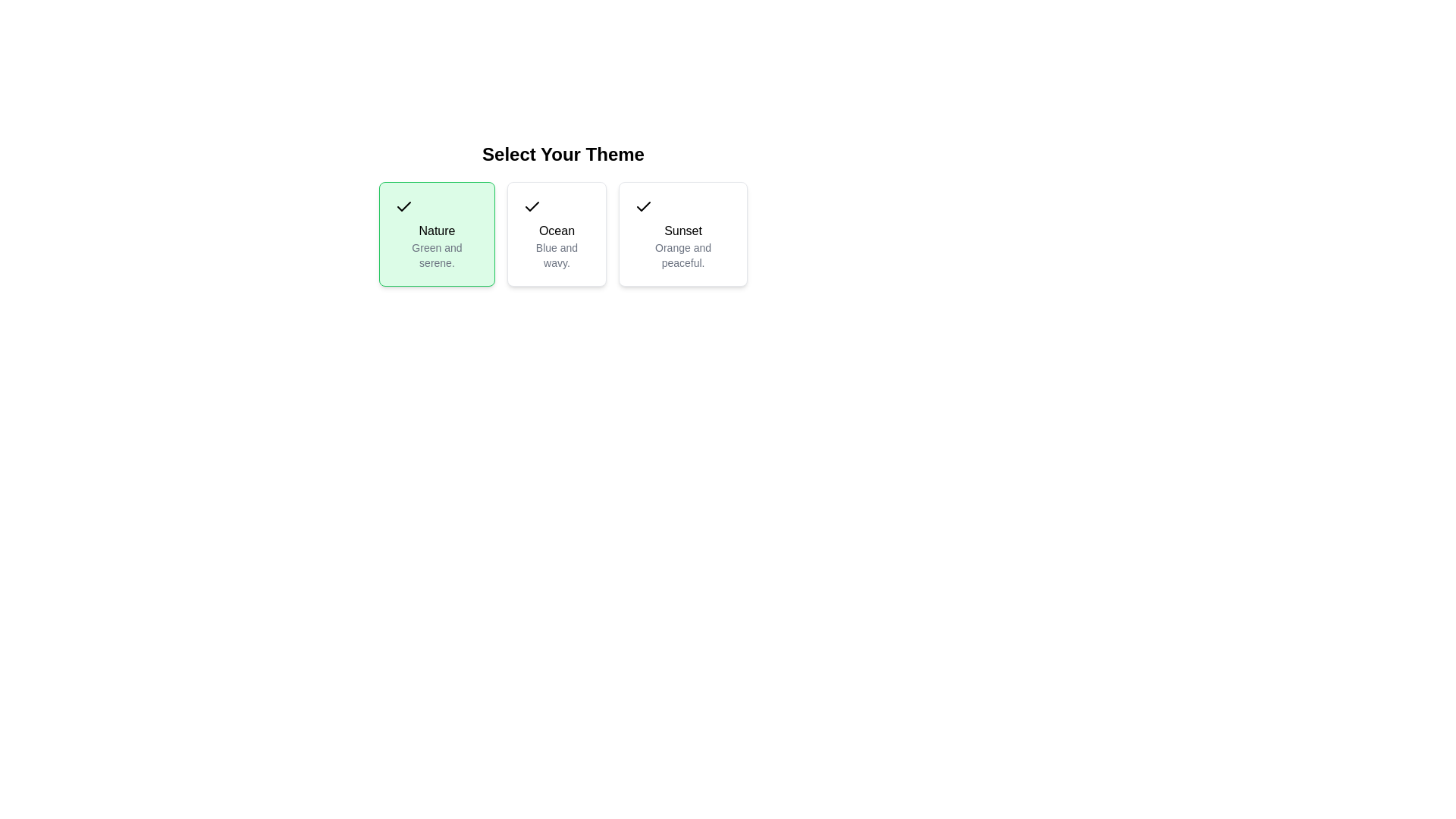 This screenshot has width=1456, height=819. Describe the element at coordinates (403, 206) in the screenshot. I see `the checkmark icon located inside the 'Nature Green and serene.' card, positioned at the top-left corner of the card` at that location.